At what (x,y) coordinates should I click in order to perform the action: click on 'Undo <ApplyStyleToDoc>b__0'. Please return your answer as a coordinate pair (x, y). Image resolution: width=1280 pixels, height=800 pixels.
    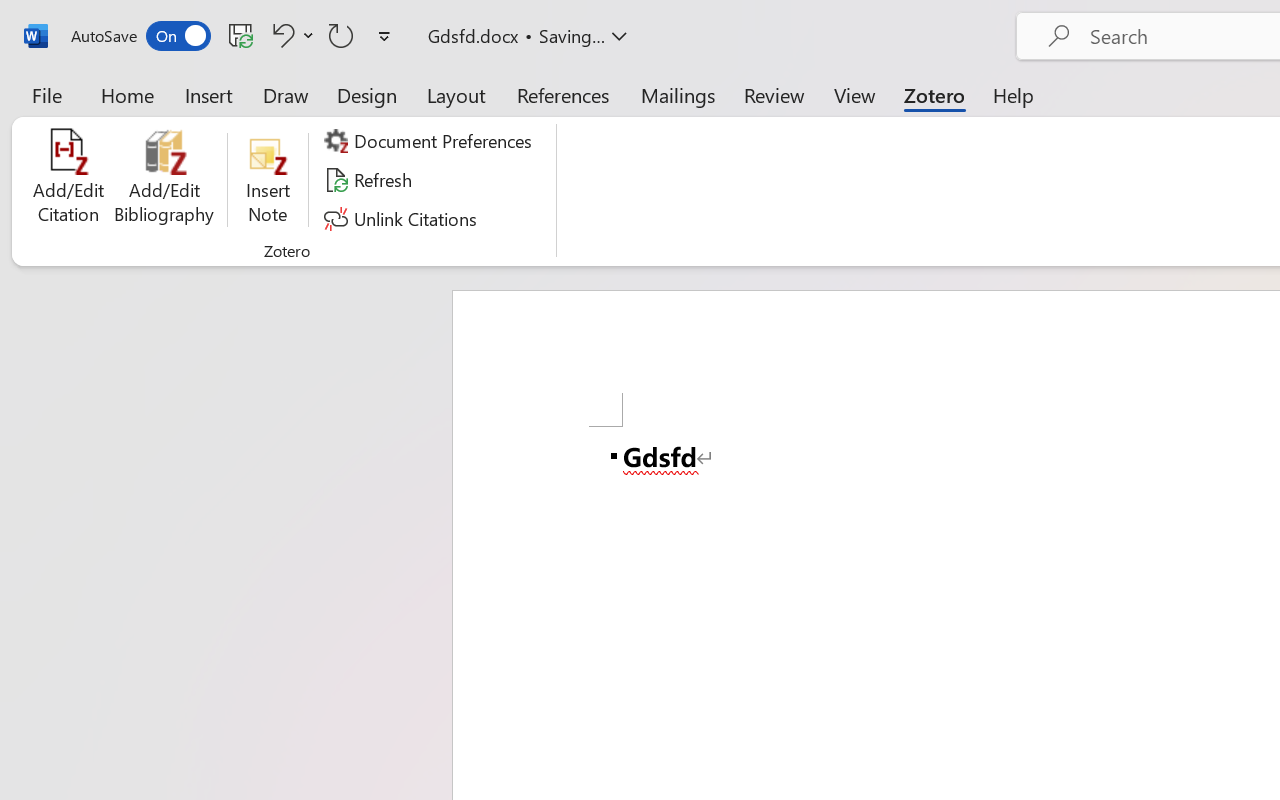
    Looking at the image, I should click on (289, 34).